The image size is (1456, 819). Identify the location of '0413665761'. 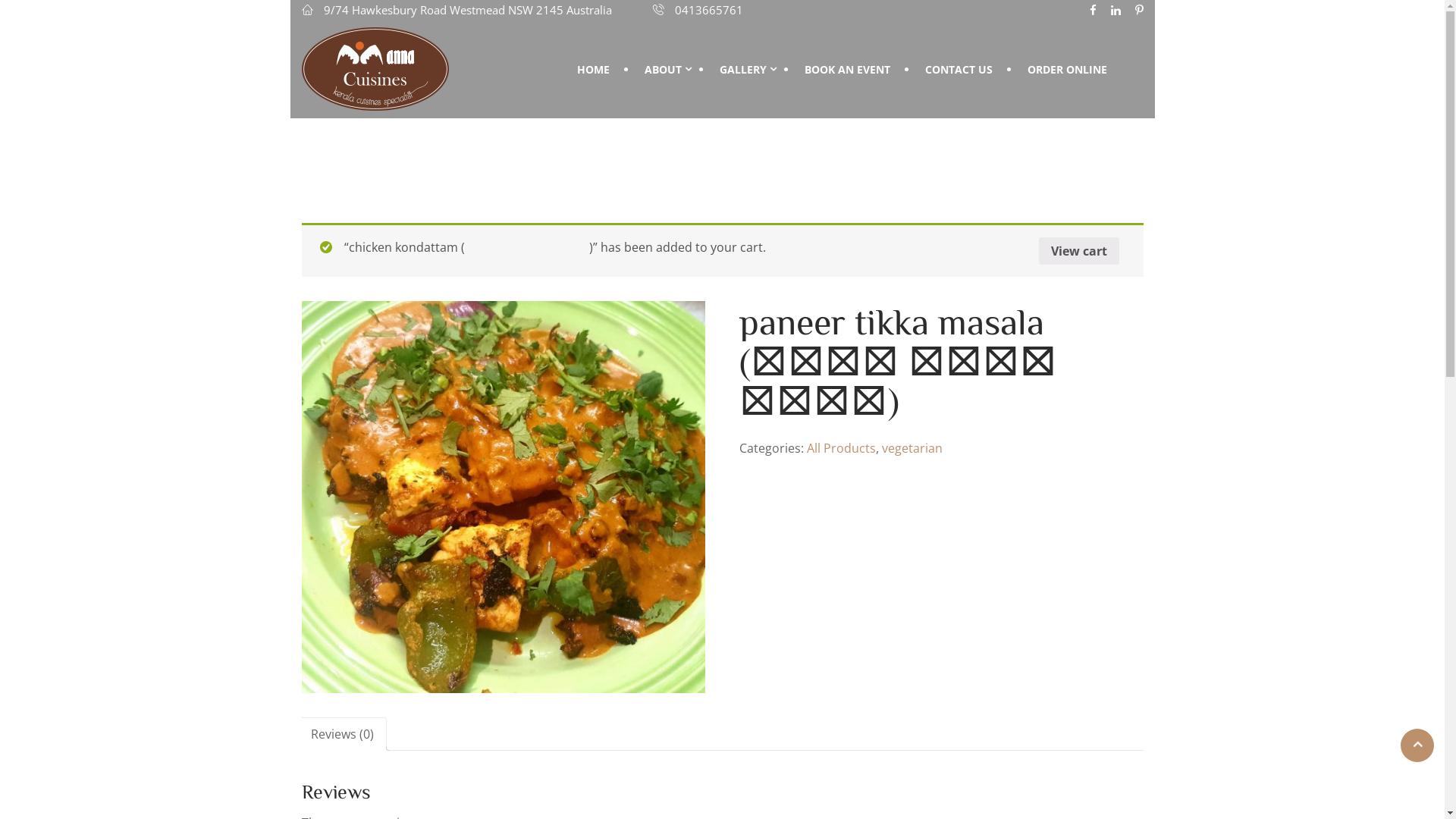
(696, 9).